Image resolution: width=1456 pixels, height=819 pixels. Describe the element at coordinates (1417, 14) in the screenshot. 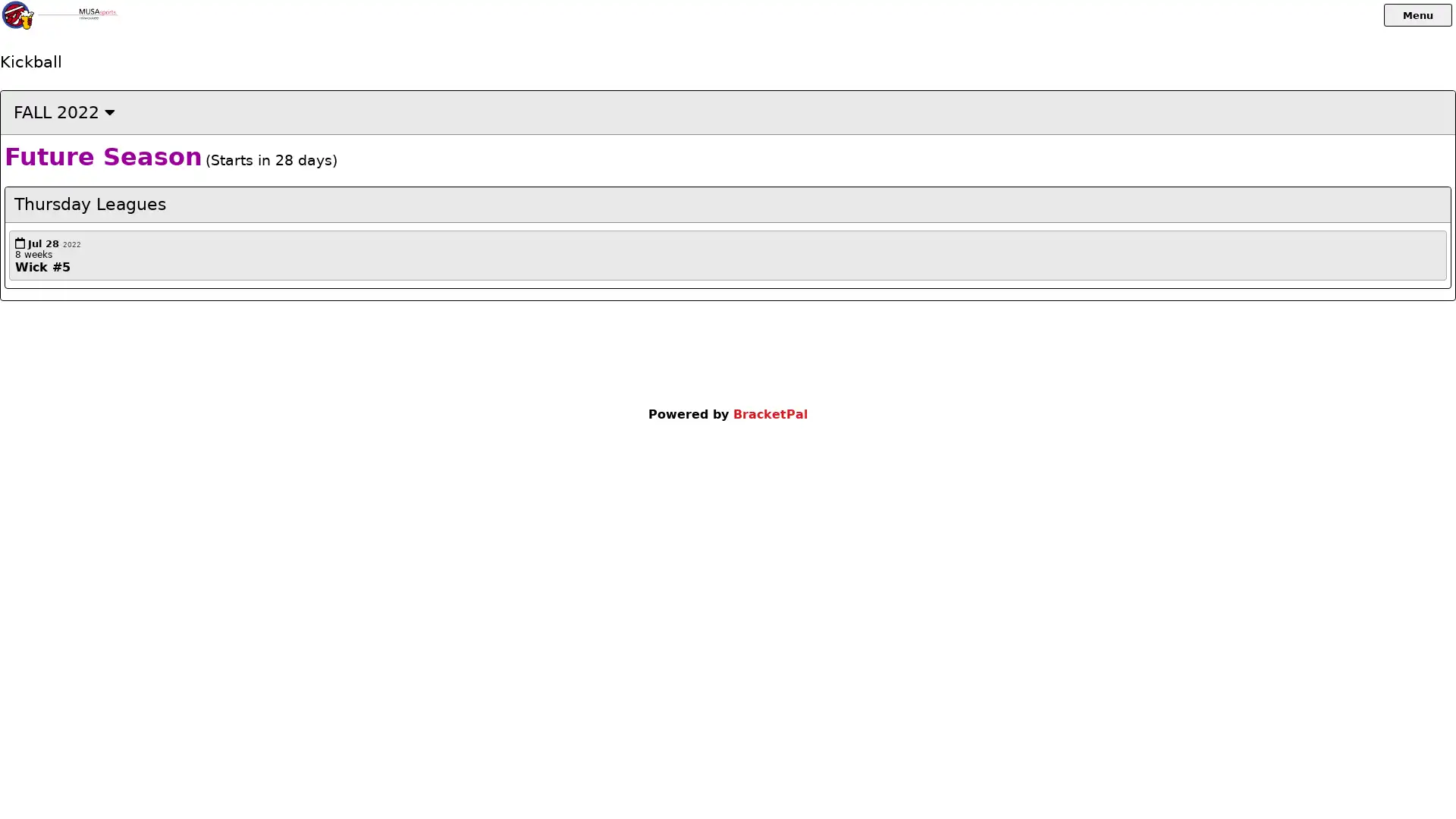

I see `Menu` at that location.